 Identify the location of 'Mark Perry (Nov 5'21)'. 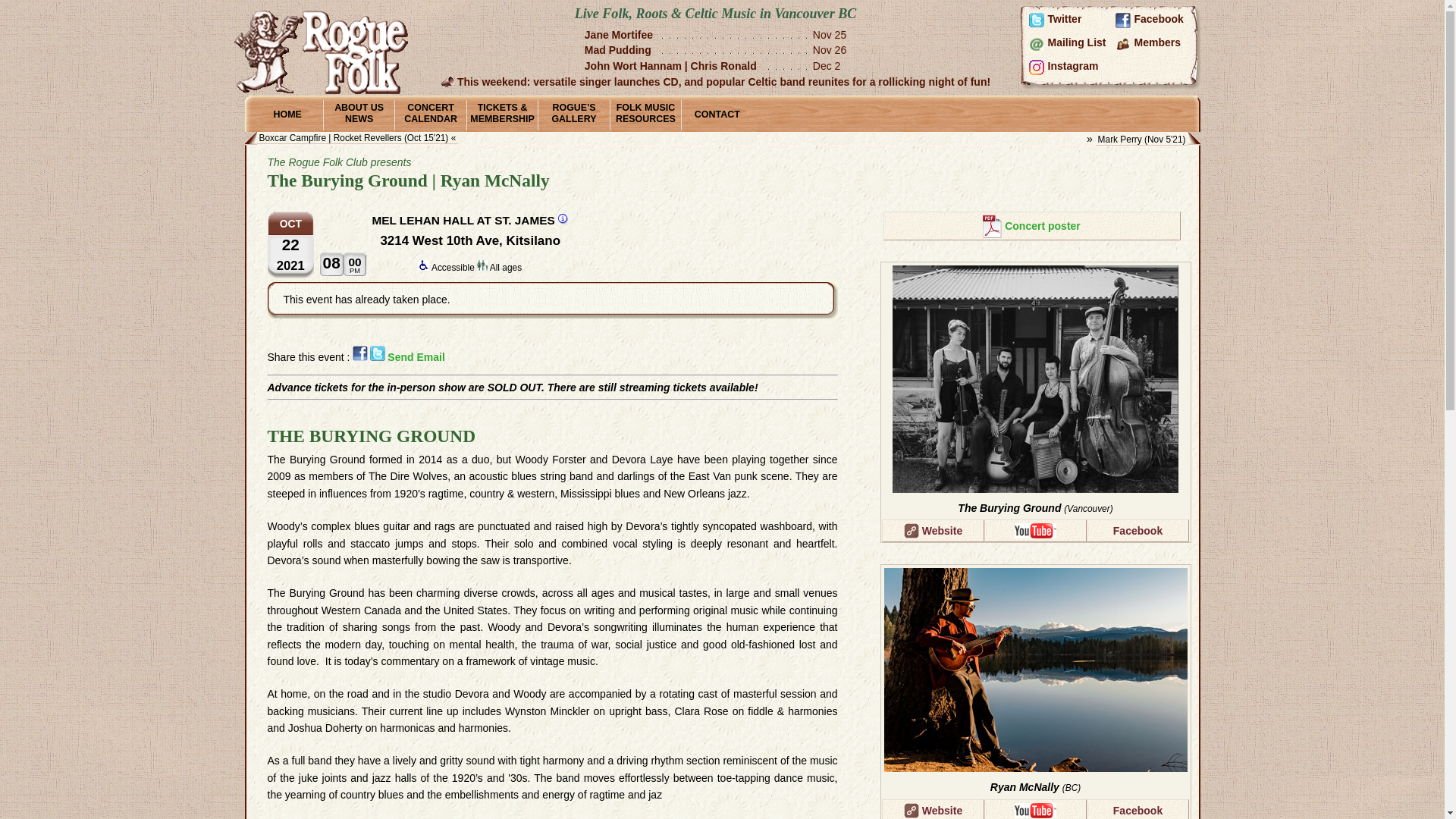
(1095, 140).